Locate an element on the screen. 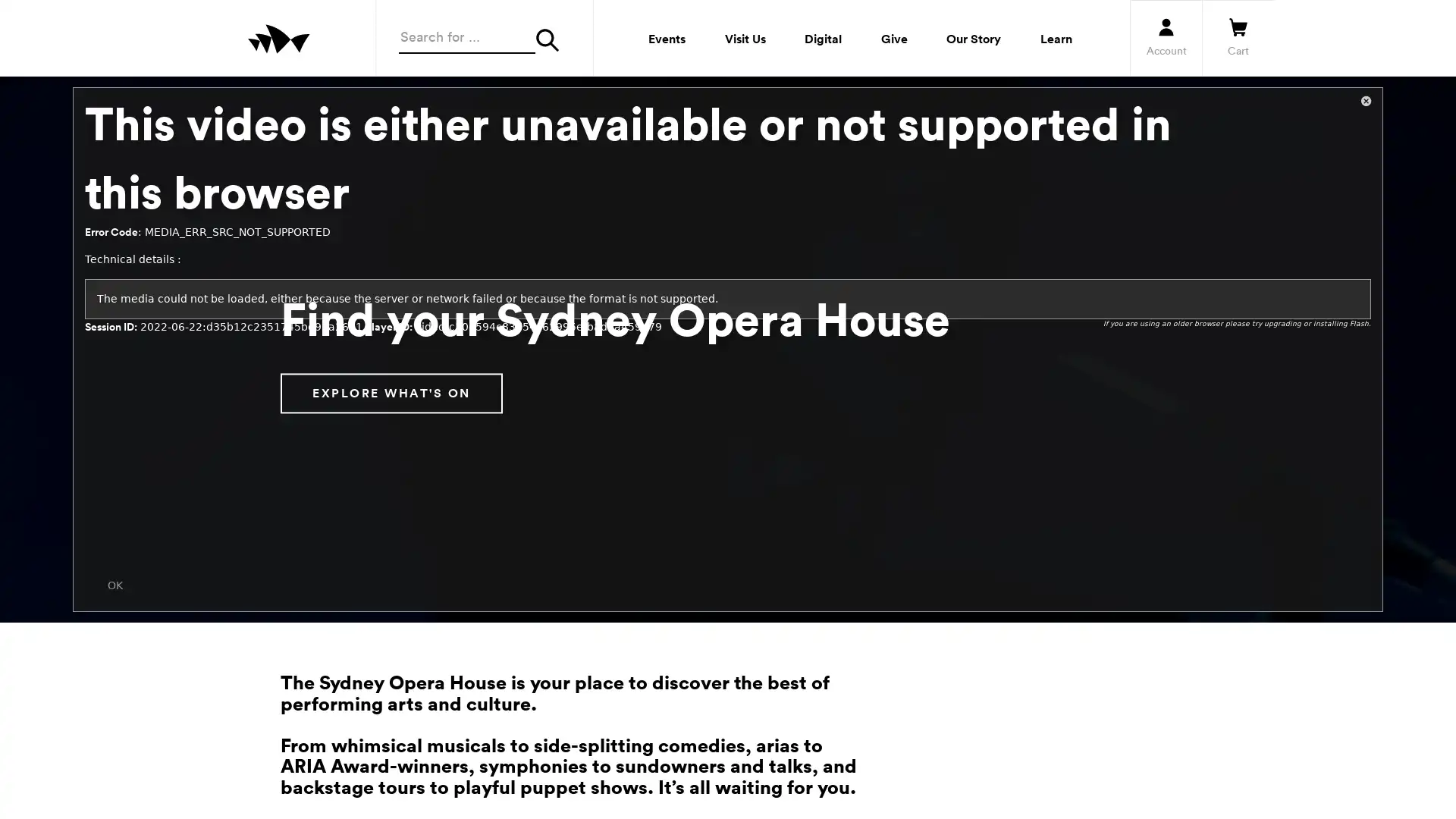  Search is located at coordinates (552, 39).